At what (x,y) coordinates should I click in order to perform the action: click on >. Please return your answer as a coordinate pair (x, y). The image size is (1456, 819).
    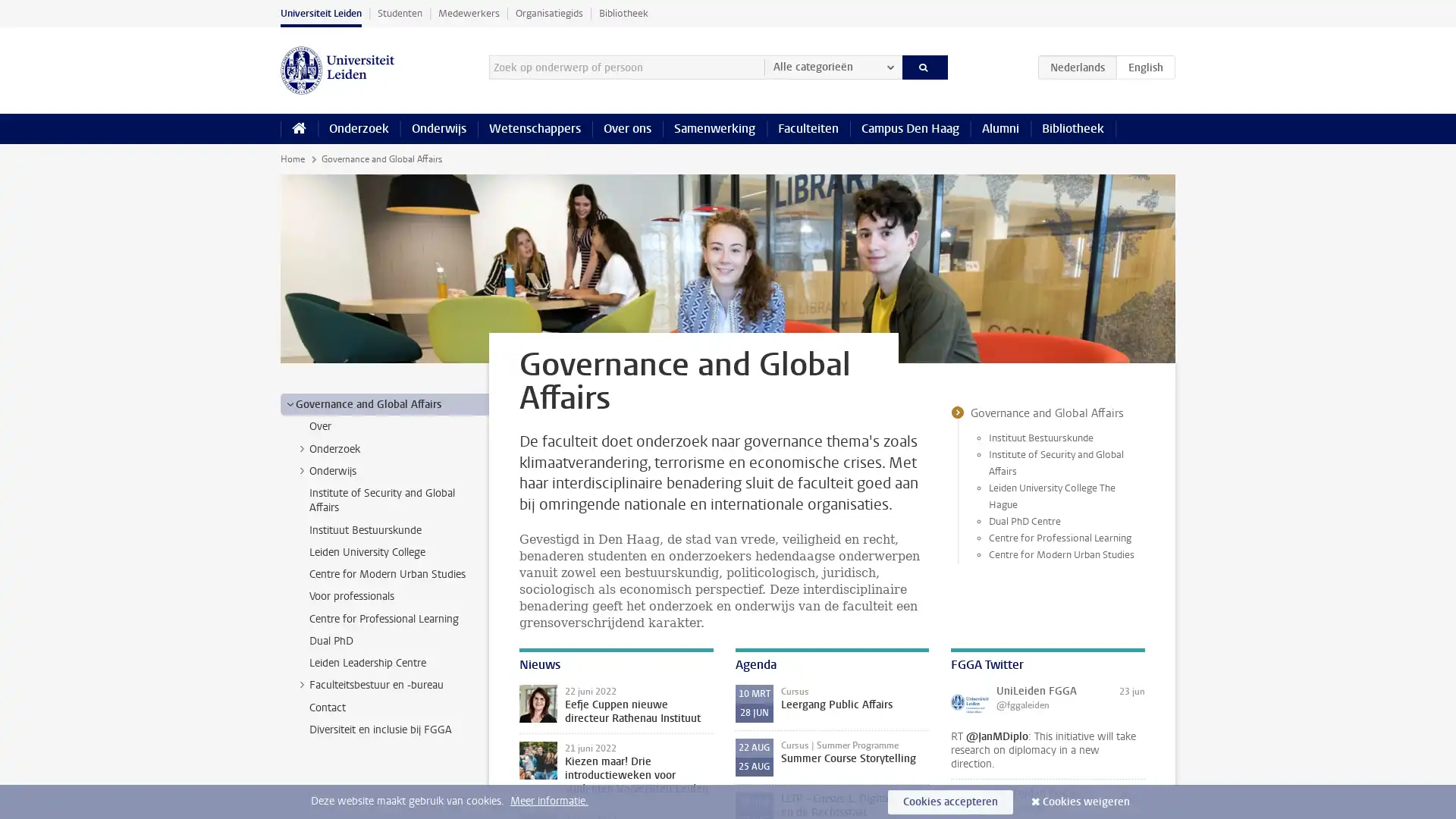
    Looking at the image, I should click on (290, 403).